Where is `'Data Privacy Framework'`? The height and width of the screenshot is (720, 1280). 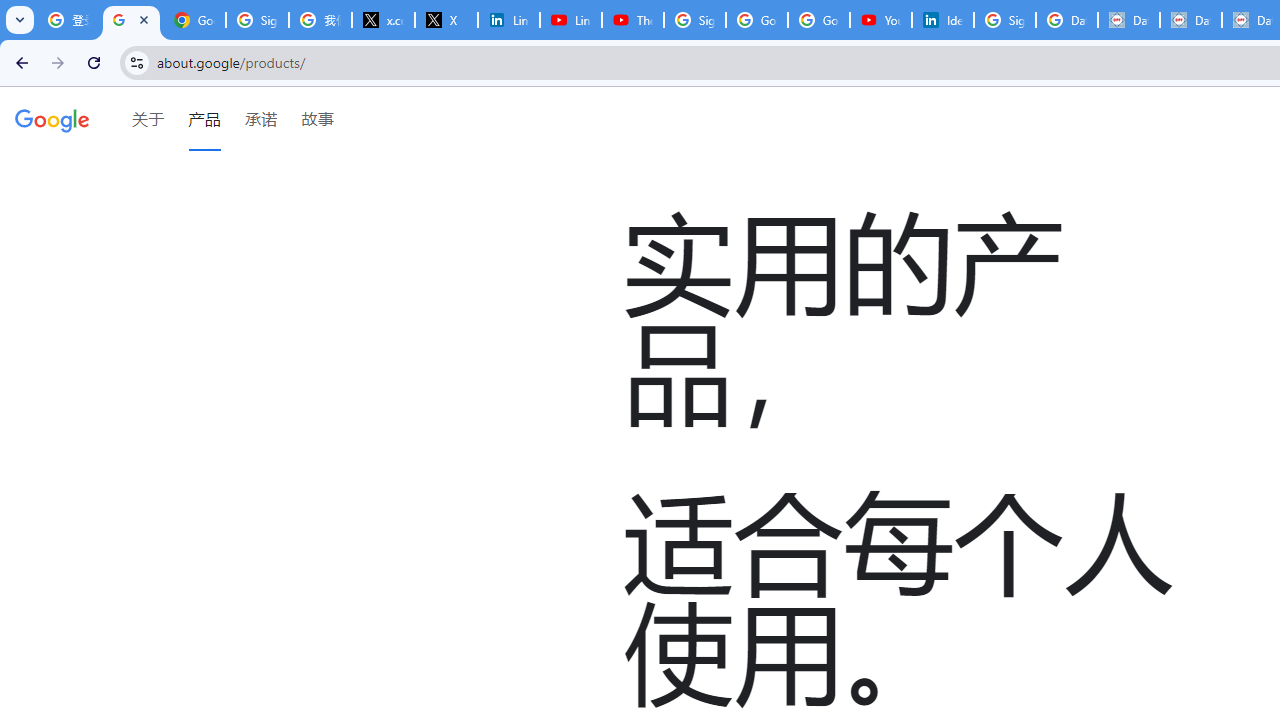
'Data Privacy Framework' is located at coordinates (1128, 20).